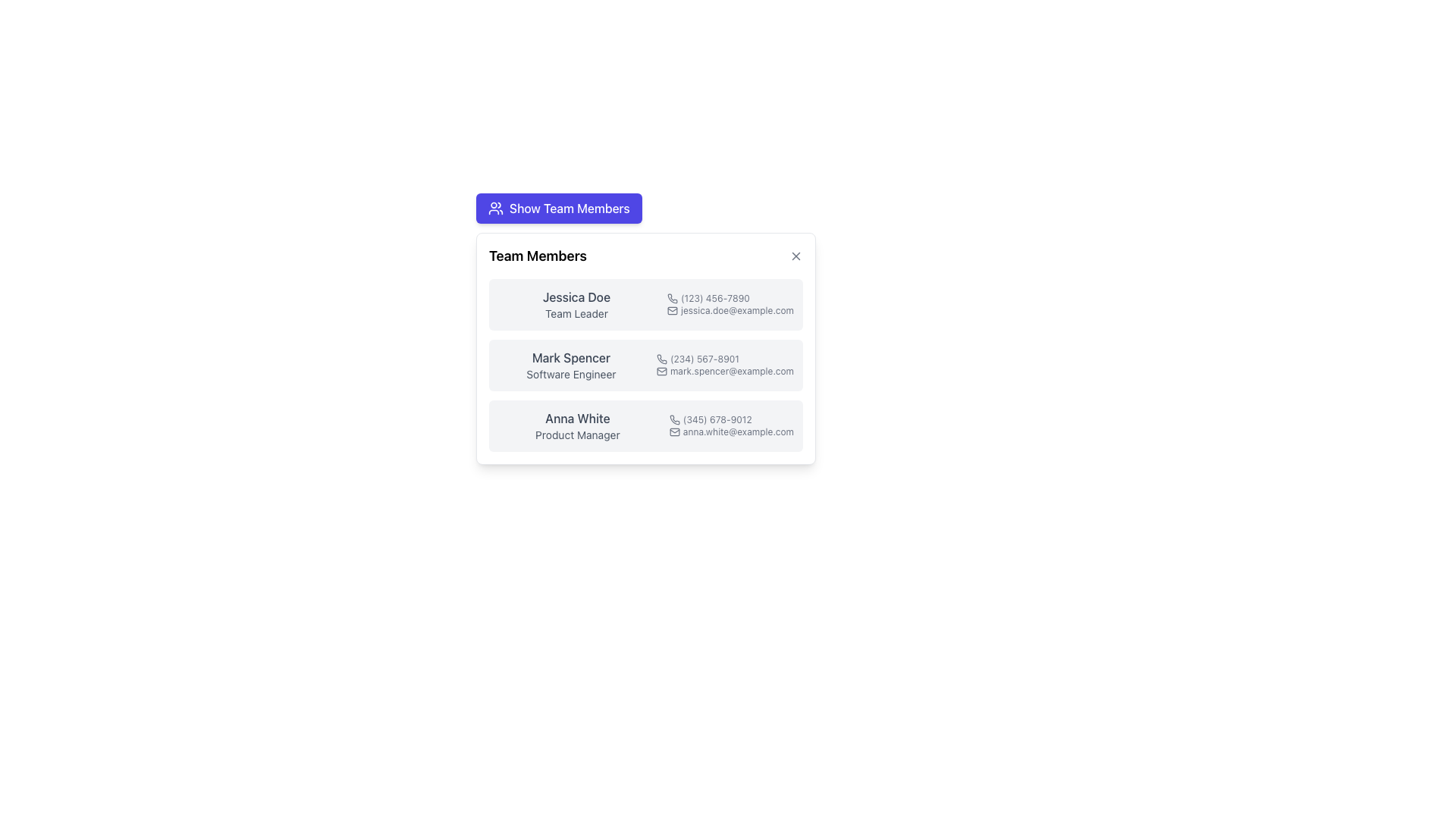 This screenshot has height=819, width=1456. Describe the element at coordinates (673, 420) in the screenshot. I see `the small dark phone icon with rounded edges located to the left of the text '(345) 678-9012' under the name 'Anna White' in the 'Team Members' section` at that location.